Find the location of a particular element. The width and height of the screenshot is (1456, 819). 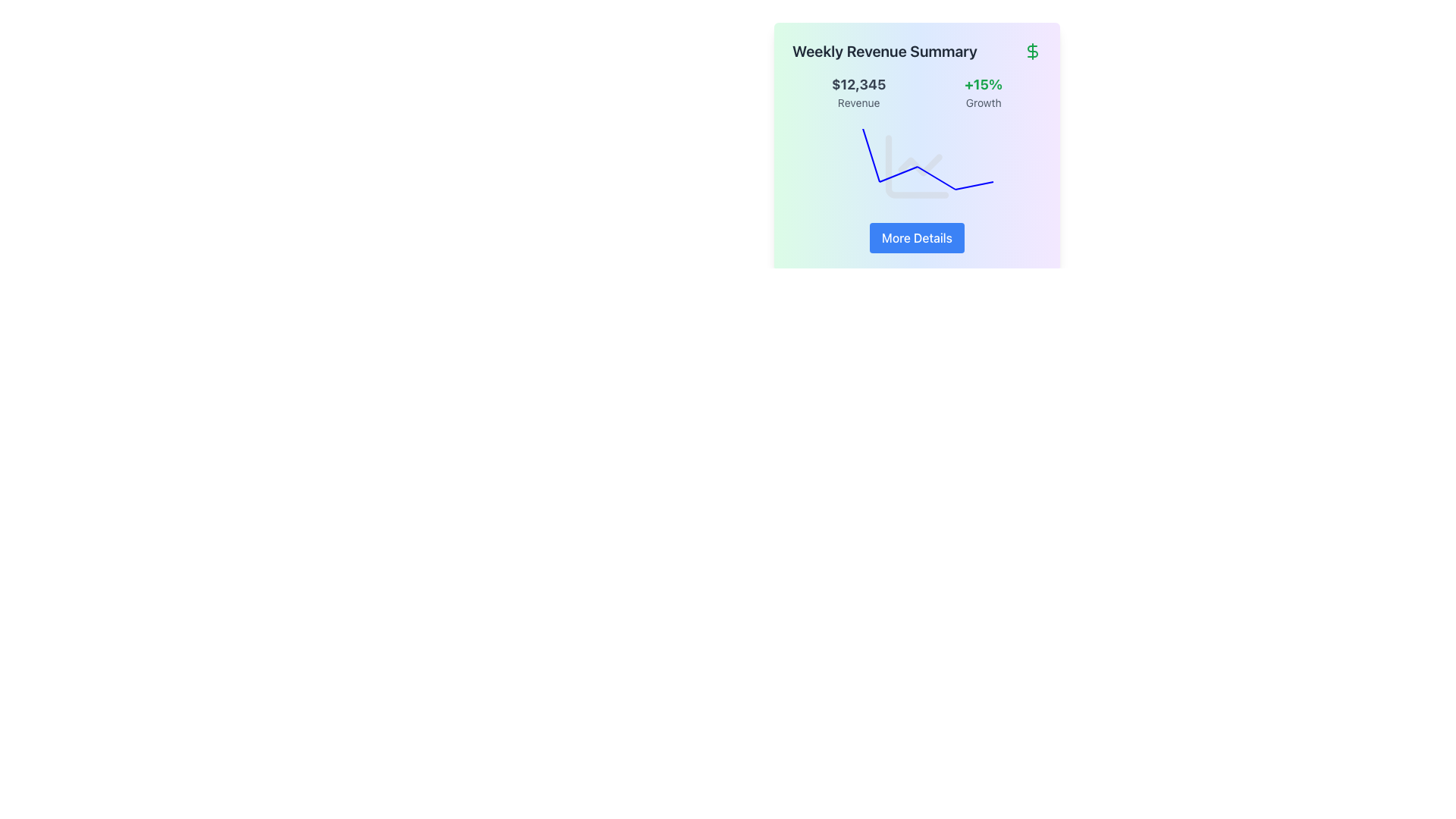

the bold green text label displaying +15% in the upper-right section of the data summary card, indicating a positive change is located at coordinates (984, 84).